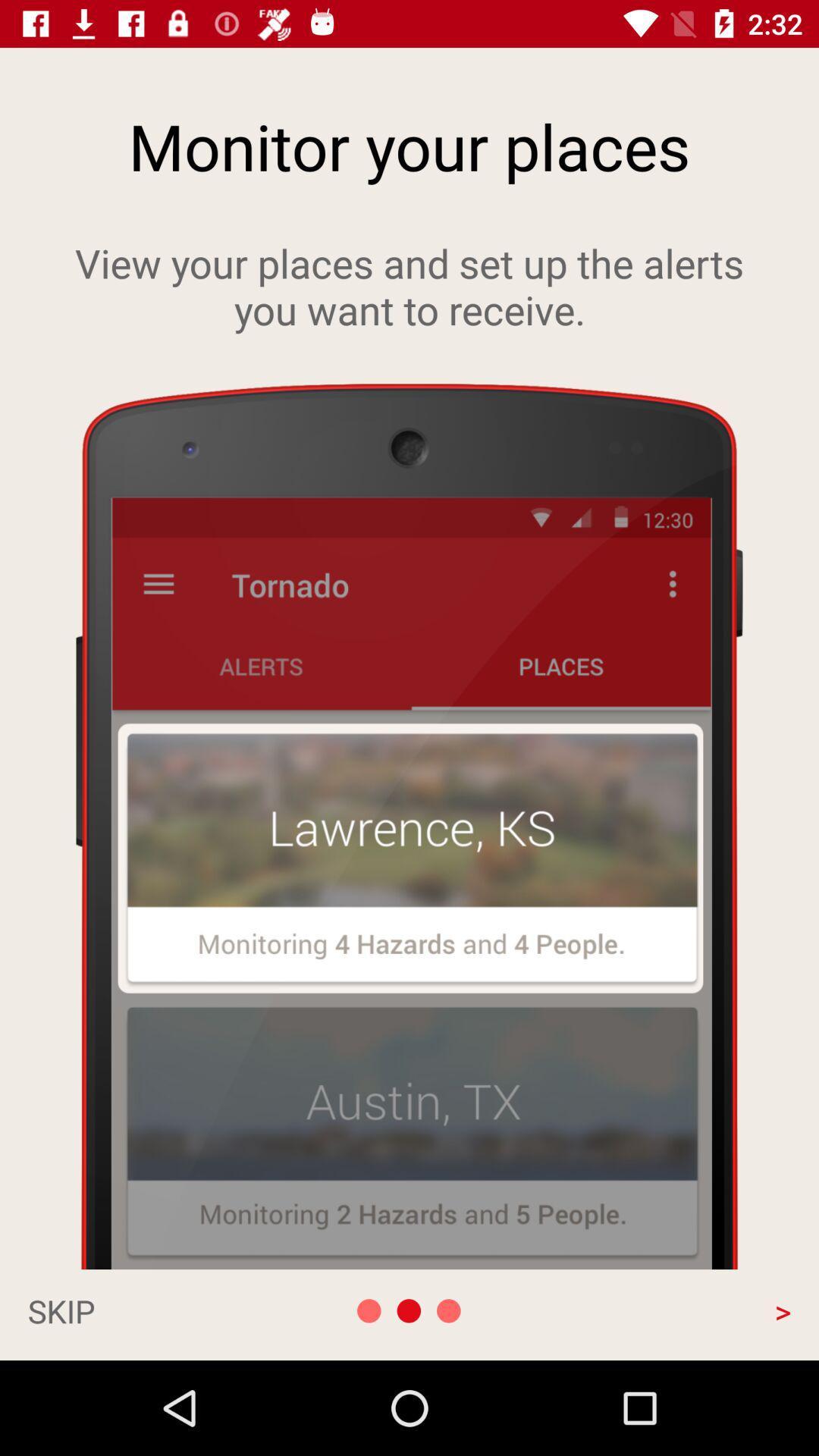 The width and height of the screenshot is (819, 1456). Describe the element at coordinates (141, 1310) in the screenshot. I see `skip at the bottom left corner` at that location.